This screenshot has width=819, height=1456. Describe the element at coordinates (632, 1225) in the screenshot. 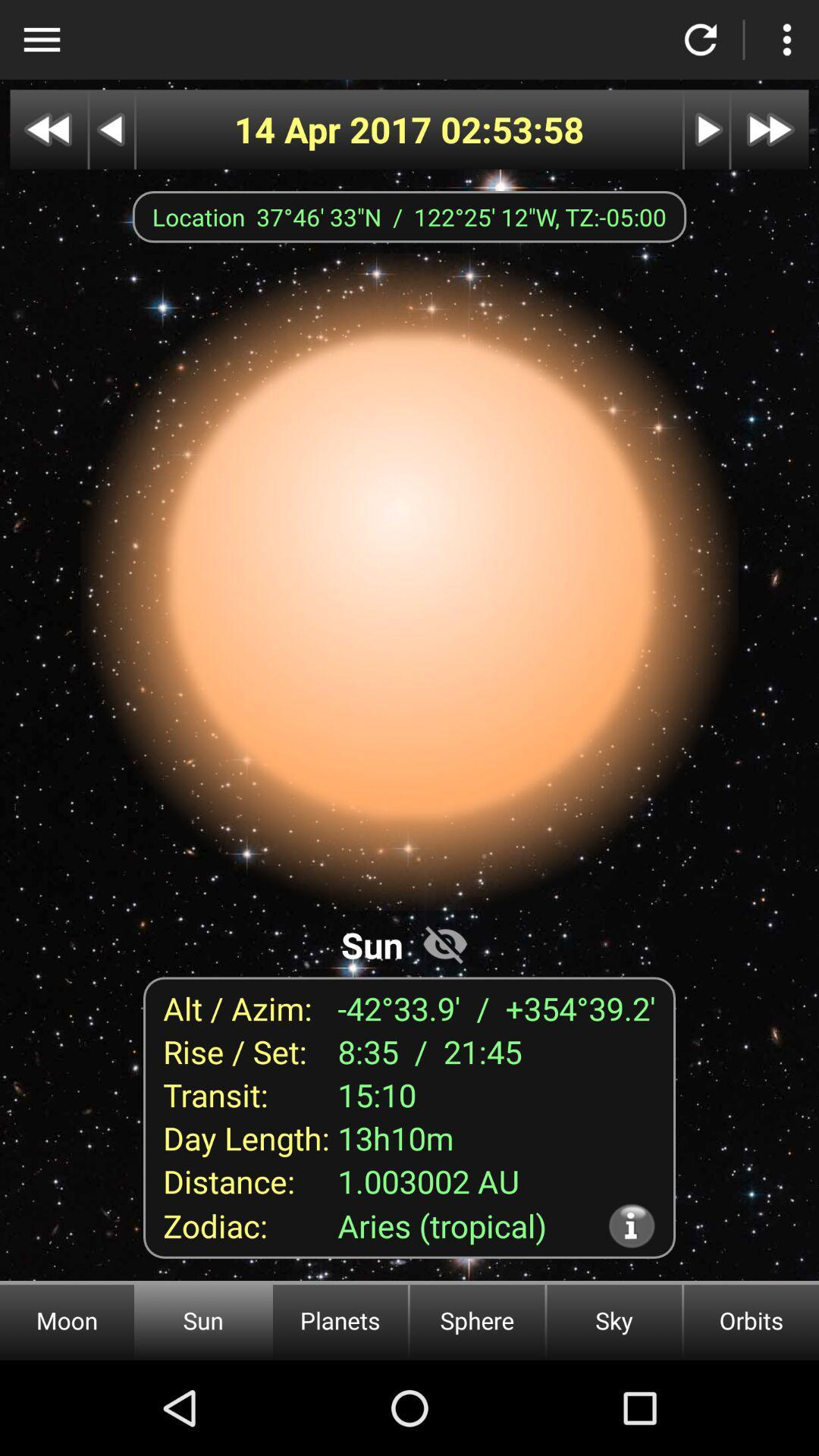

I see `the app next to the aries (tropical)` at that location.